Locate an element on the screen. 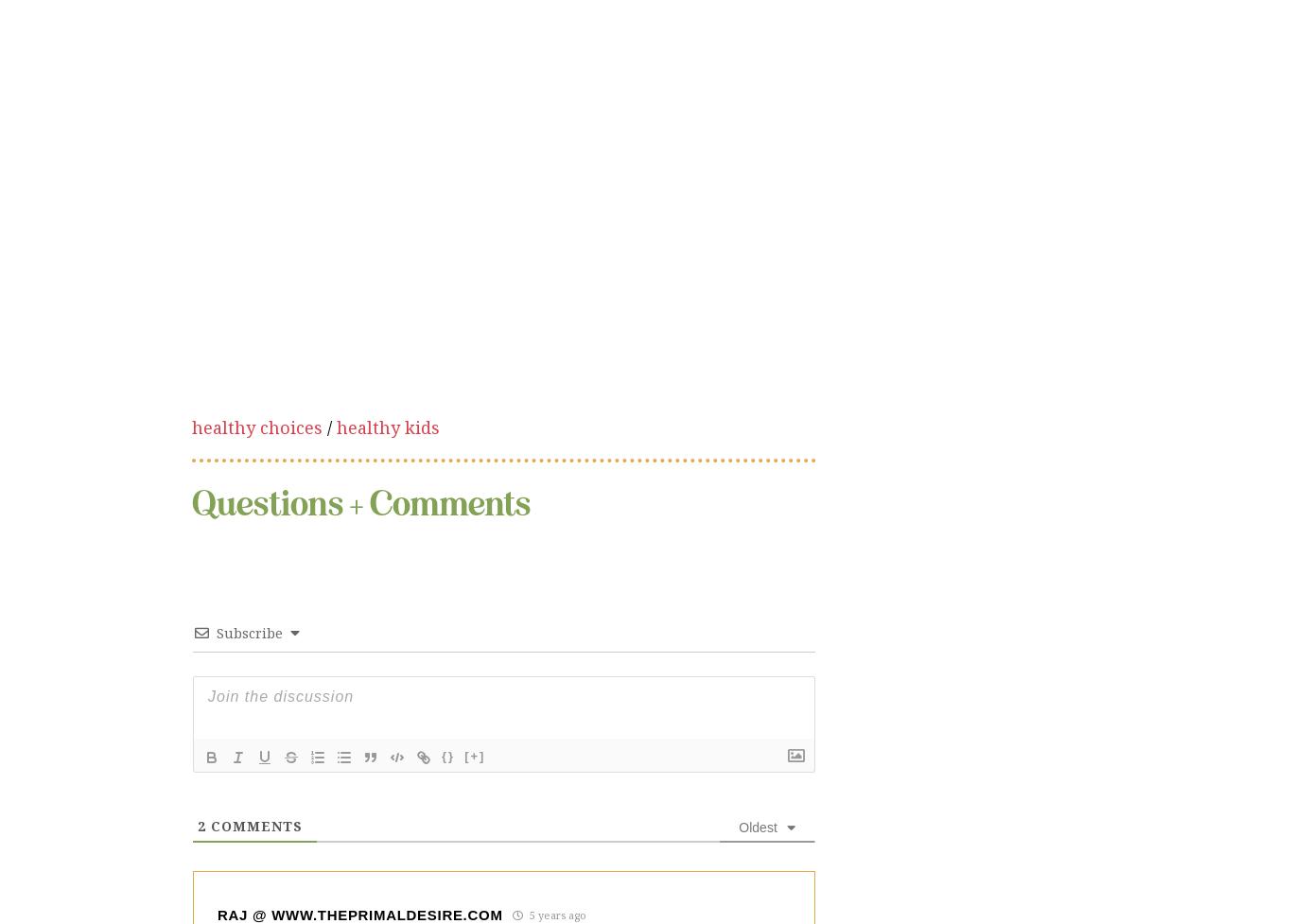 The height and width of the screenshot is (924, 1292). 'Comments' is located at coordinates (253, 670).